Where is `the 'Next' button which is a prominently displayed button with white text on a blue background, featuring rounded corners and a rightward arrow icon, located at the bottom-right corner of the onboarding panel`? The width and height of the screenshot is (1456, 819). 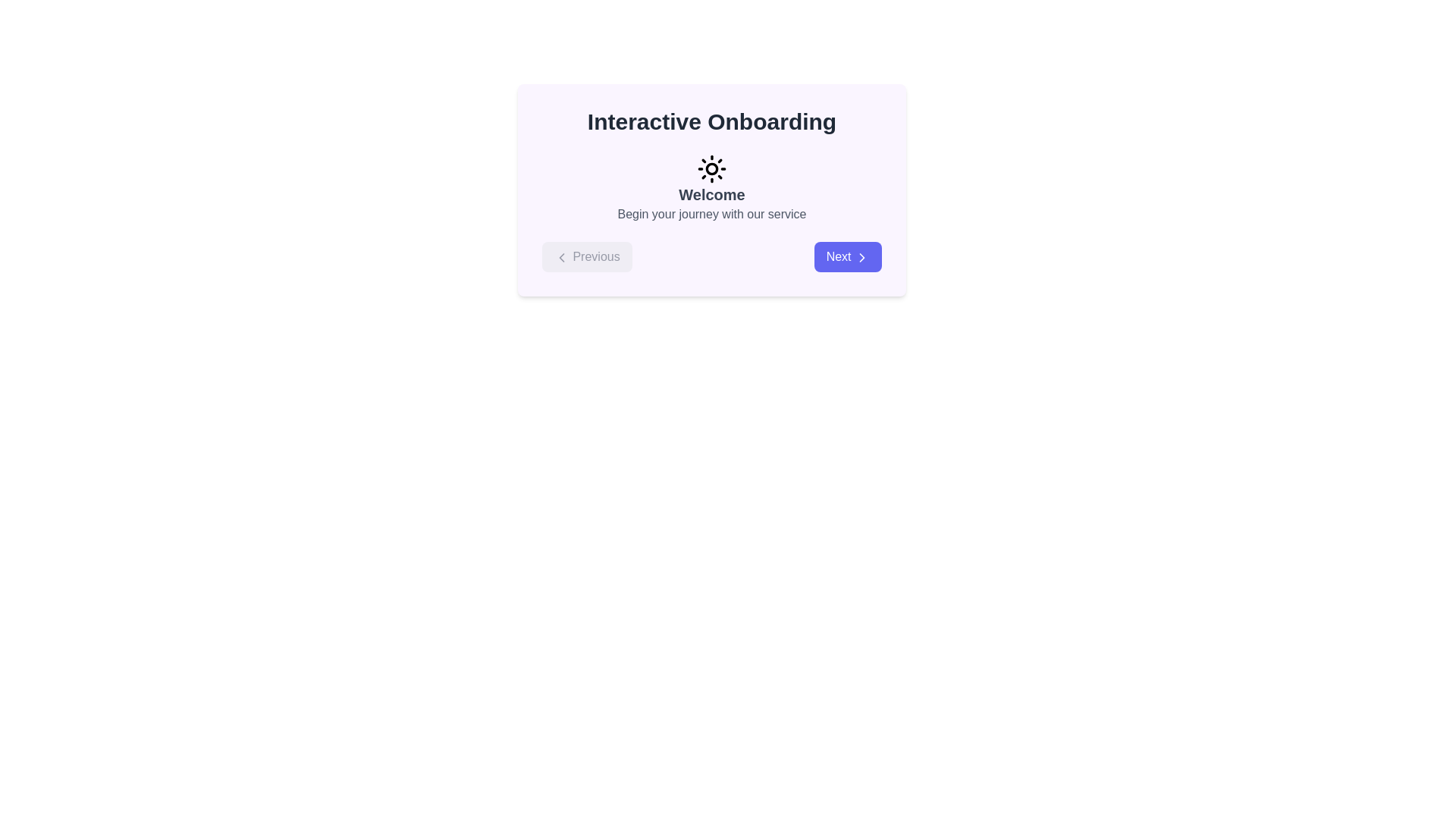 the 'Next' button which is a prominently displayed button with white text on a blue background, featuring rounded corners and a rightward arrow icon, located at the bottom-right corner of the onboarding panel is located at coordinates (847, 256).